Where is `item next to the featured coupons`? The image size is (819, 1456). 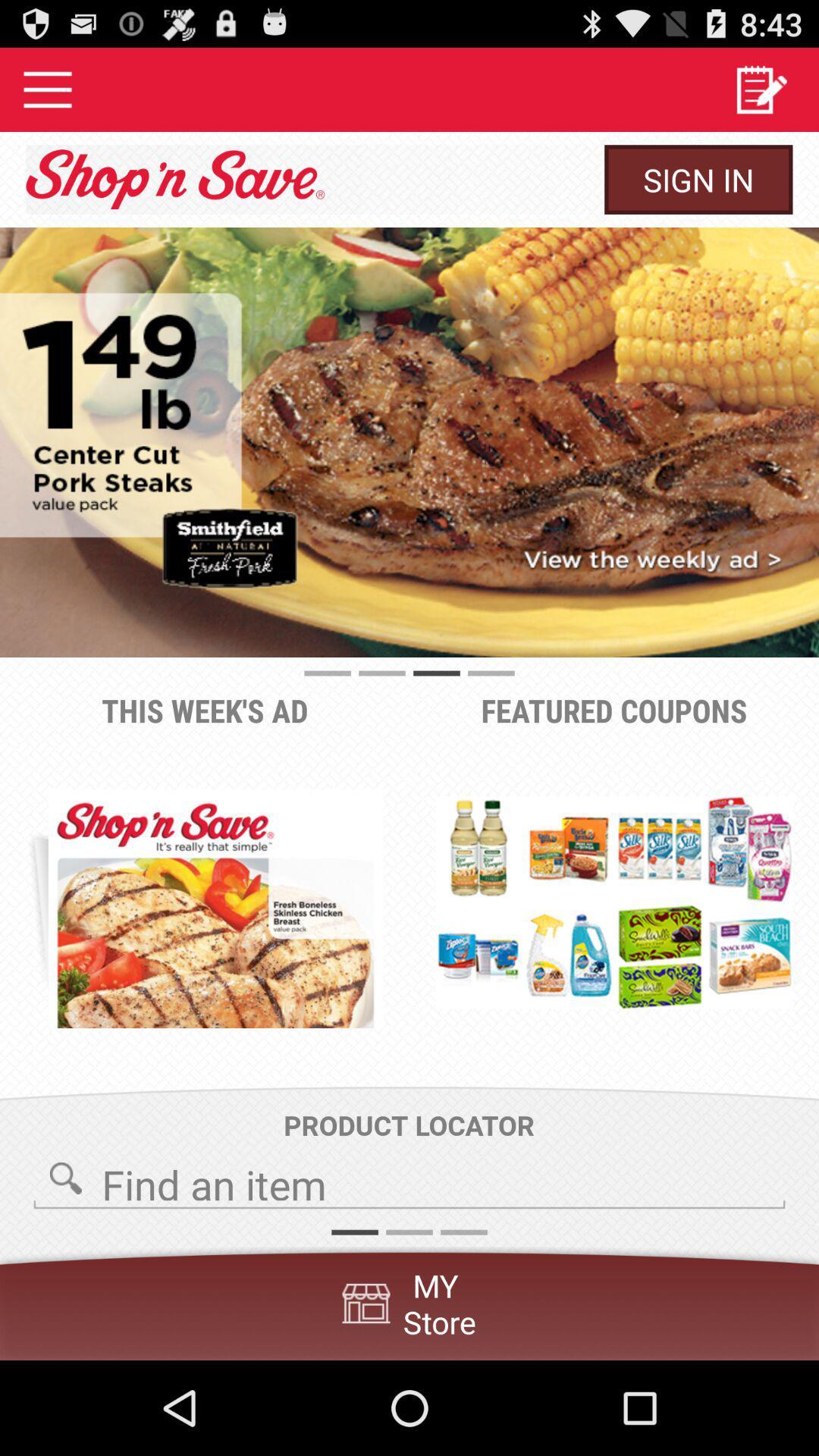
item next to the featured coupons is located at coordinates (215, 908).